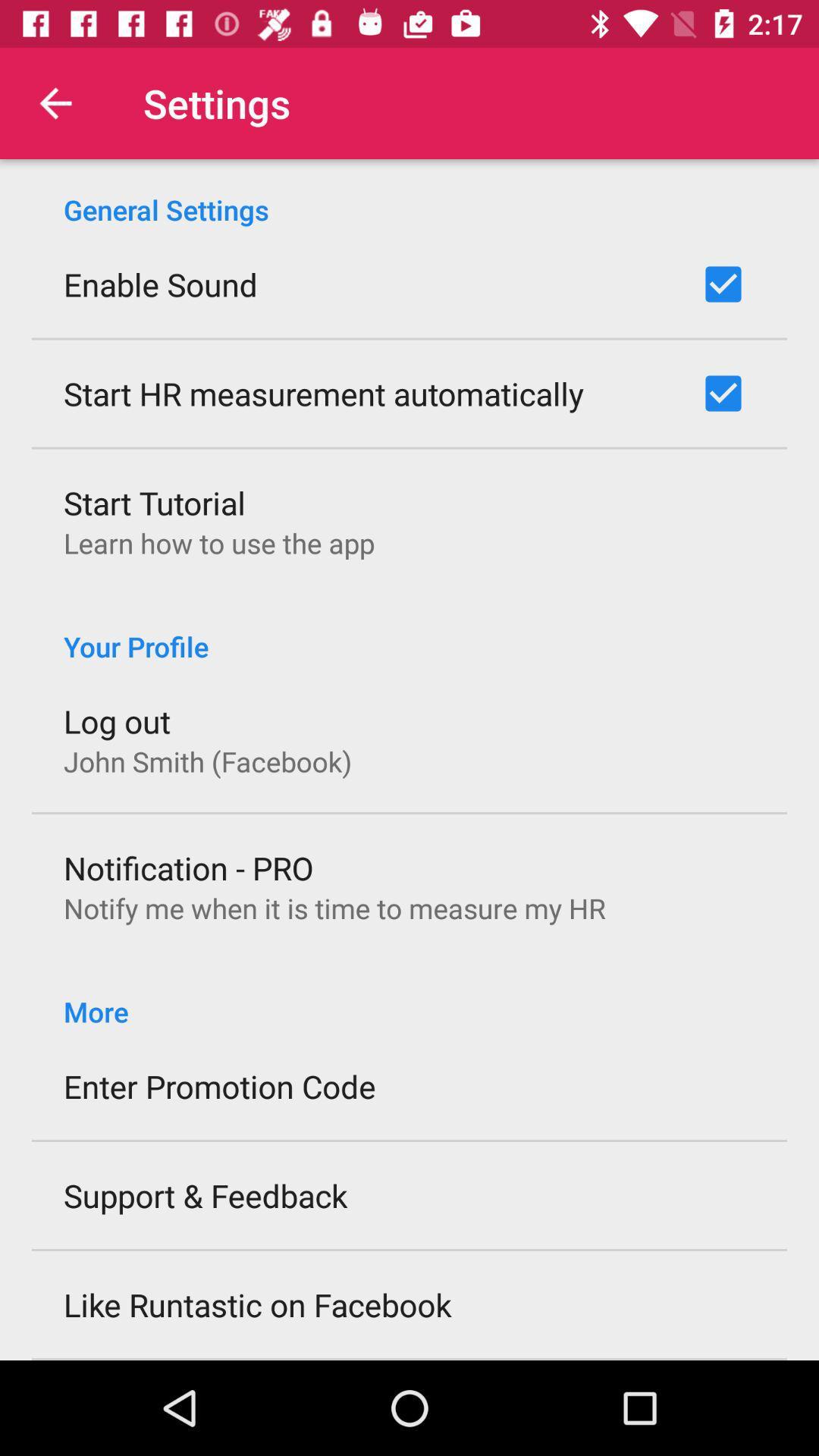 This screenshot has width=819, height=1456. What do you see at coordinates (55, 102) in the screenshot?
I see `item to the left of the settings` at bounding box center [55, 102].